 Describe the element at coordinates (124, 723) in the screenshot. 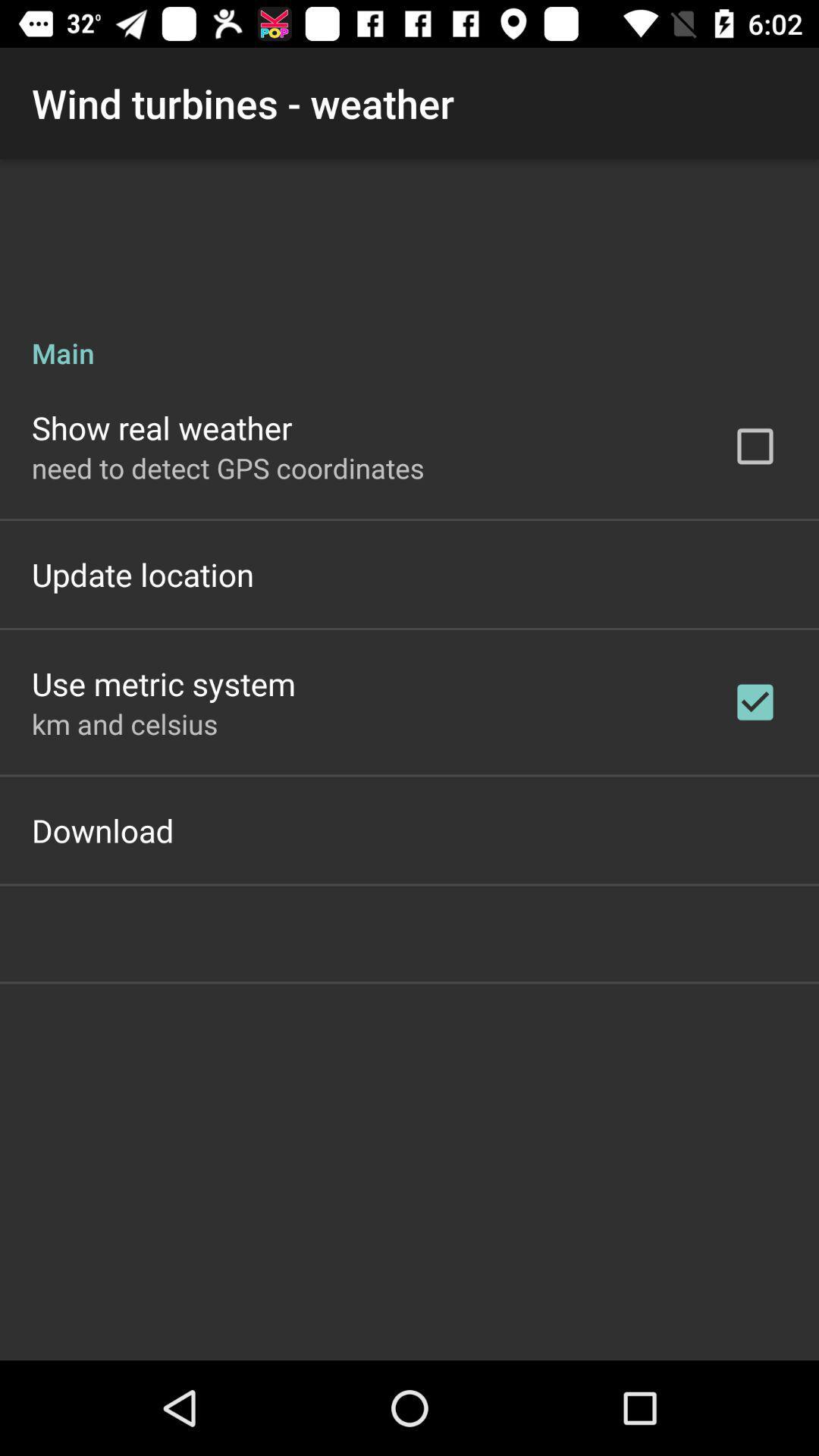

I see `the icon below use metric system` at that location.